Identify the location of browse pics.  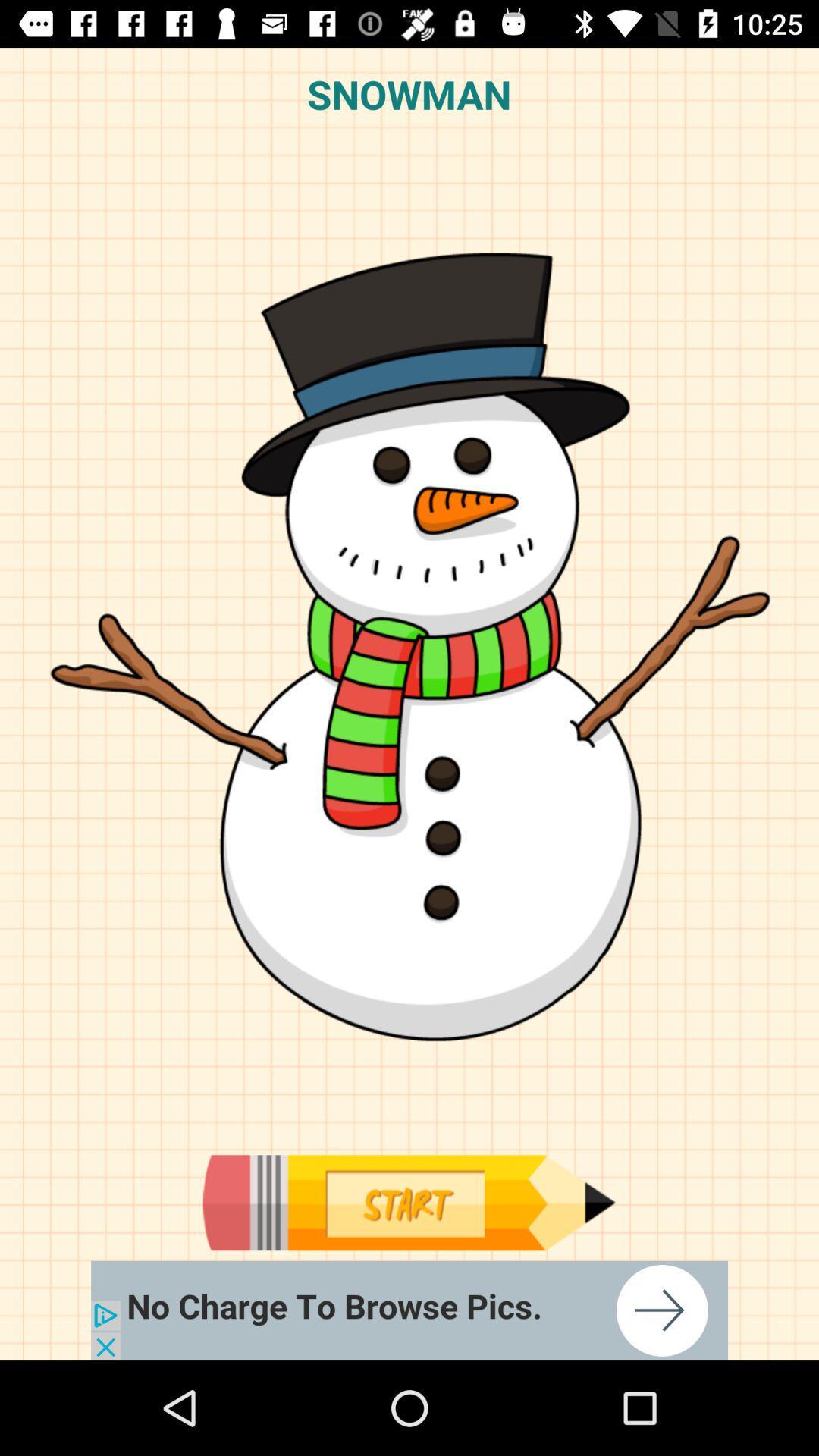
(409, 1310).